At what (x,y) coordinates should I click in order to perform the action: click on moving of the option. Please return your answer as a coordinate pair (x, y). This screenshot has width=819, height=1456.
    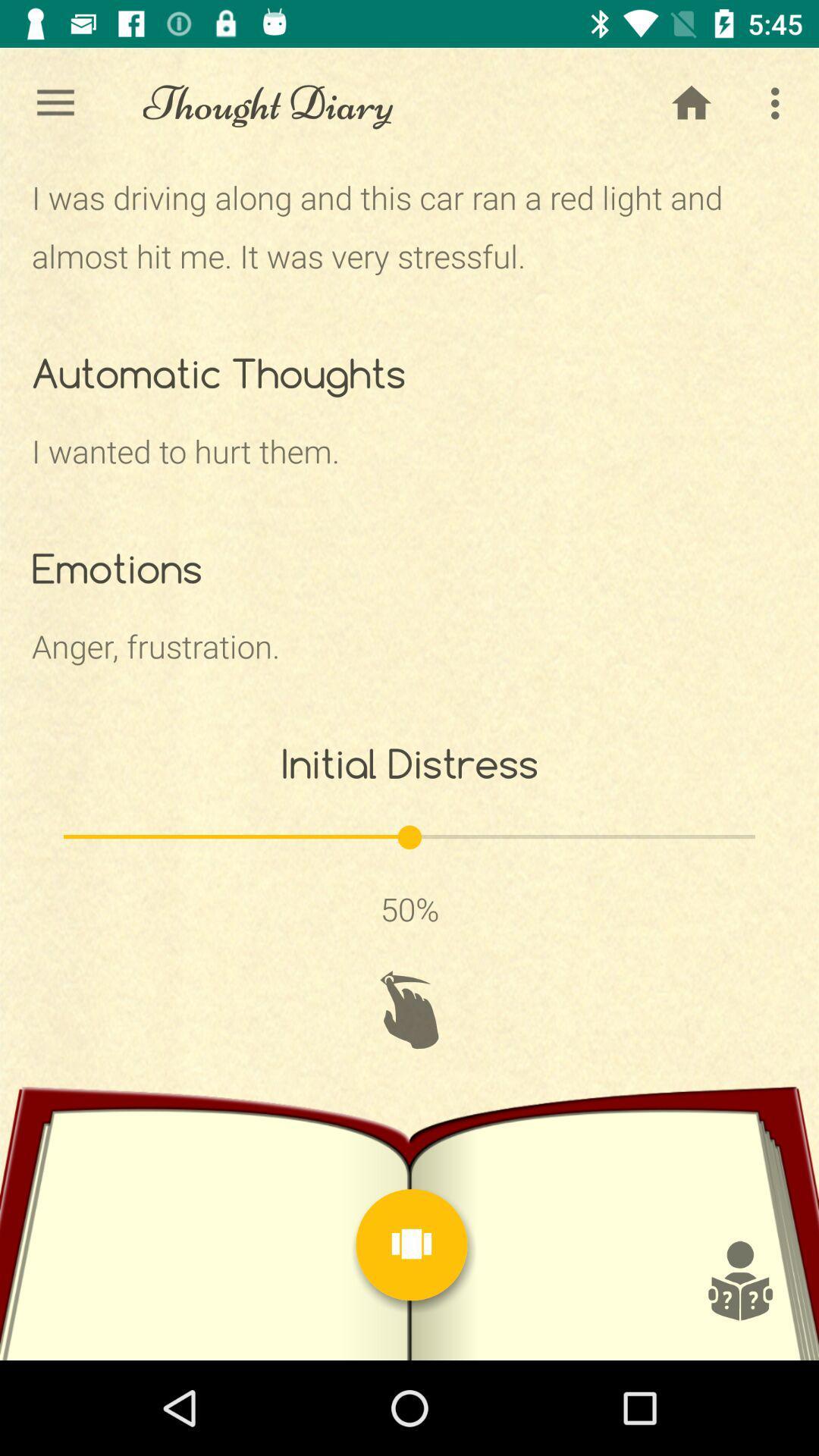
    Looking at the image, I should click on (409, 1009).